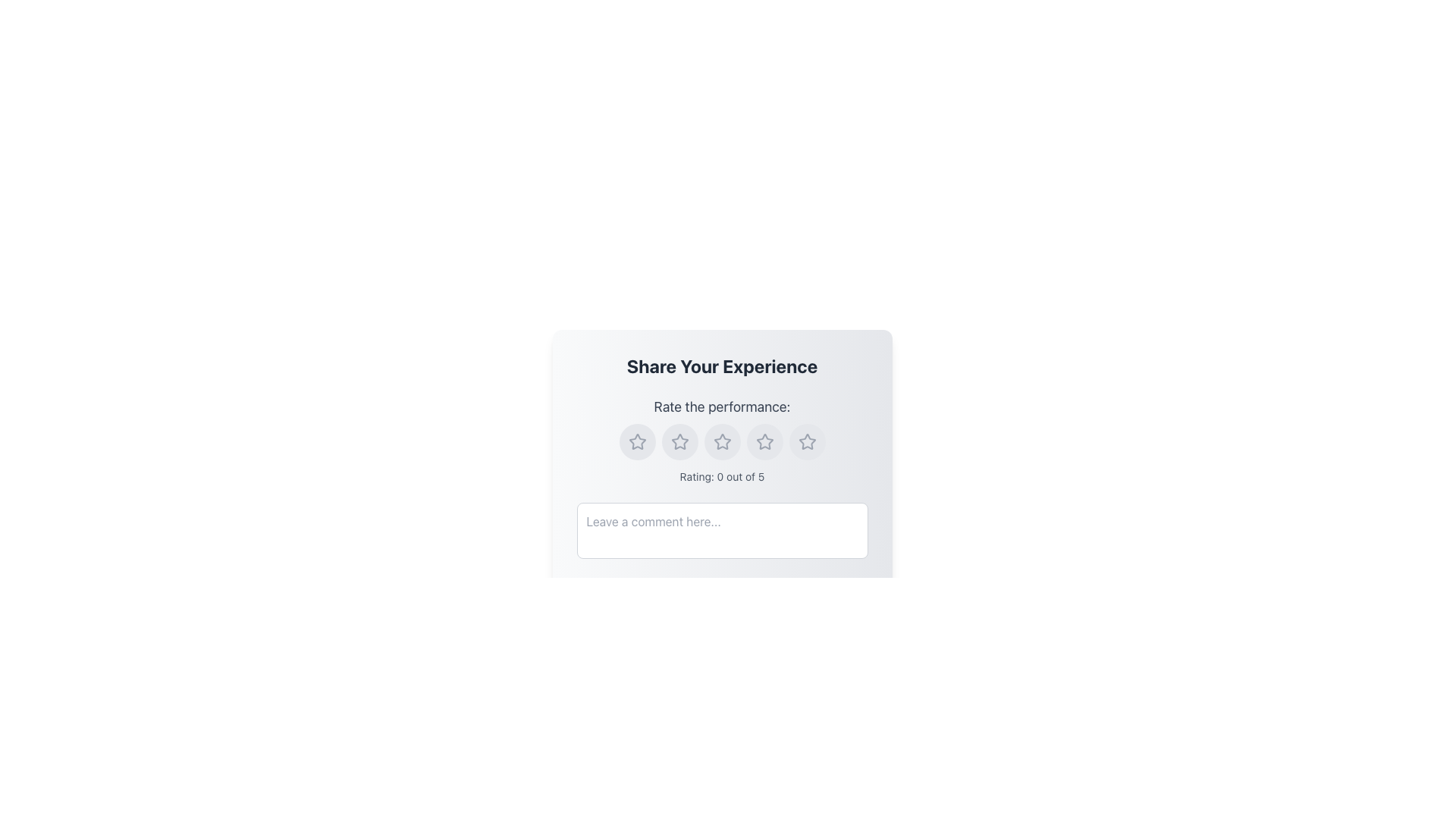 This screenshot has width=1456, height=819. What do you see at coordinates (679, 441) in the screenshot?
I see `the third circular button with a gray background and a star icon` at bounding box center [679, 441].